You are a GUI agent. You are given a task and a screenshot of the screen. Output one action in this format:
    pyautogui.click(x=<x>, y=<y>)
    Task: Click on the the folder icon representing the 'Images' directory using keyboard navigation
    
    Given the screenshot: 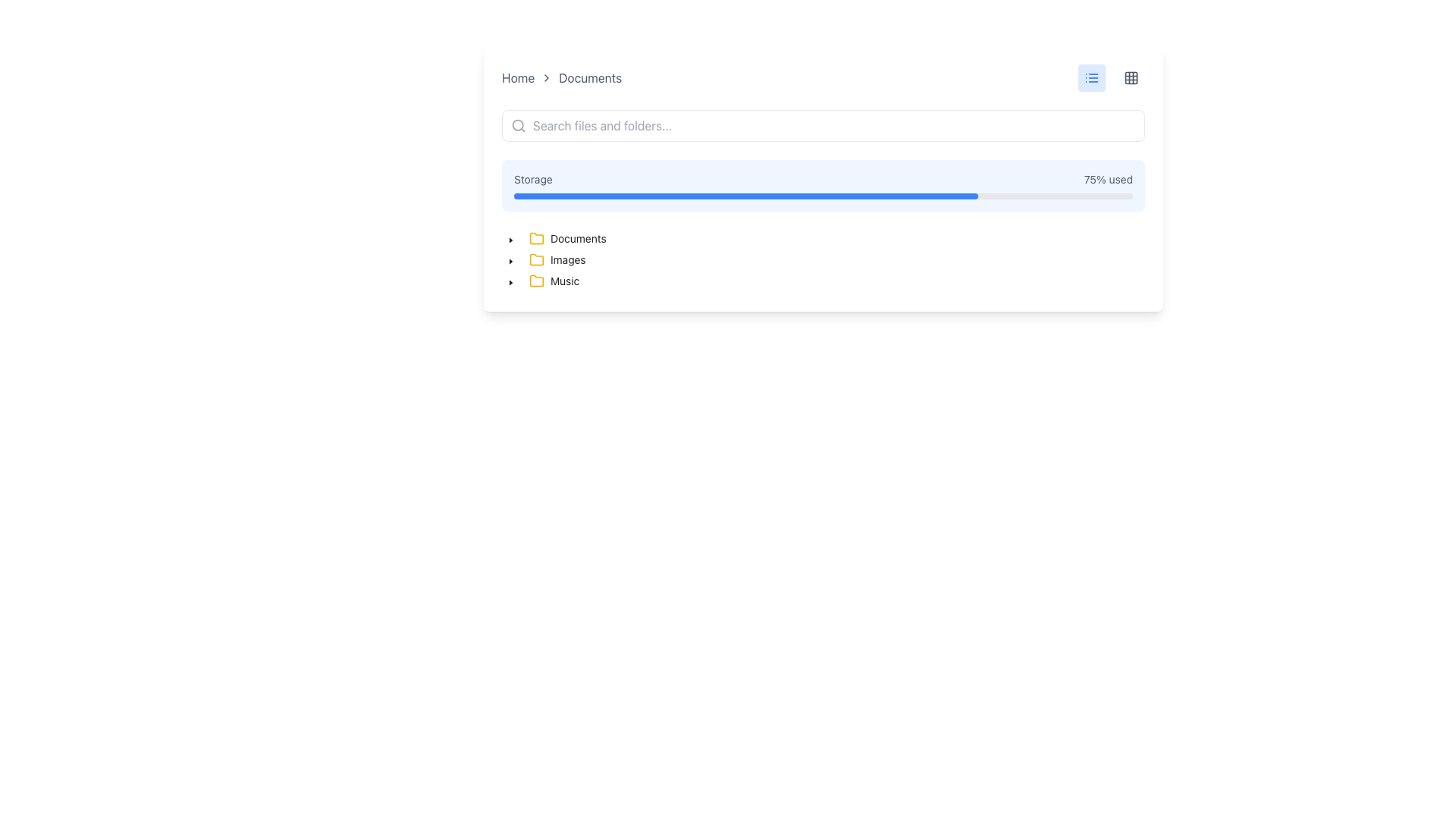 What is the action you would take?
    pyautogui.click(x=537, y=259)
    